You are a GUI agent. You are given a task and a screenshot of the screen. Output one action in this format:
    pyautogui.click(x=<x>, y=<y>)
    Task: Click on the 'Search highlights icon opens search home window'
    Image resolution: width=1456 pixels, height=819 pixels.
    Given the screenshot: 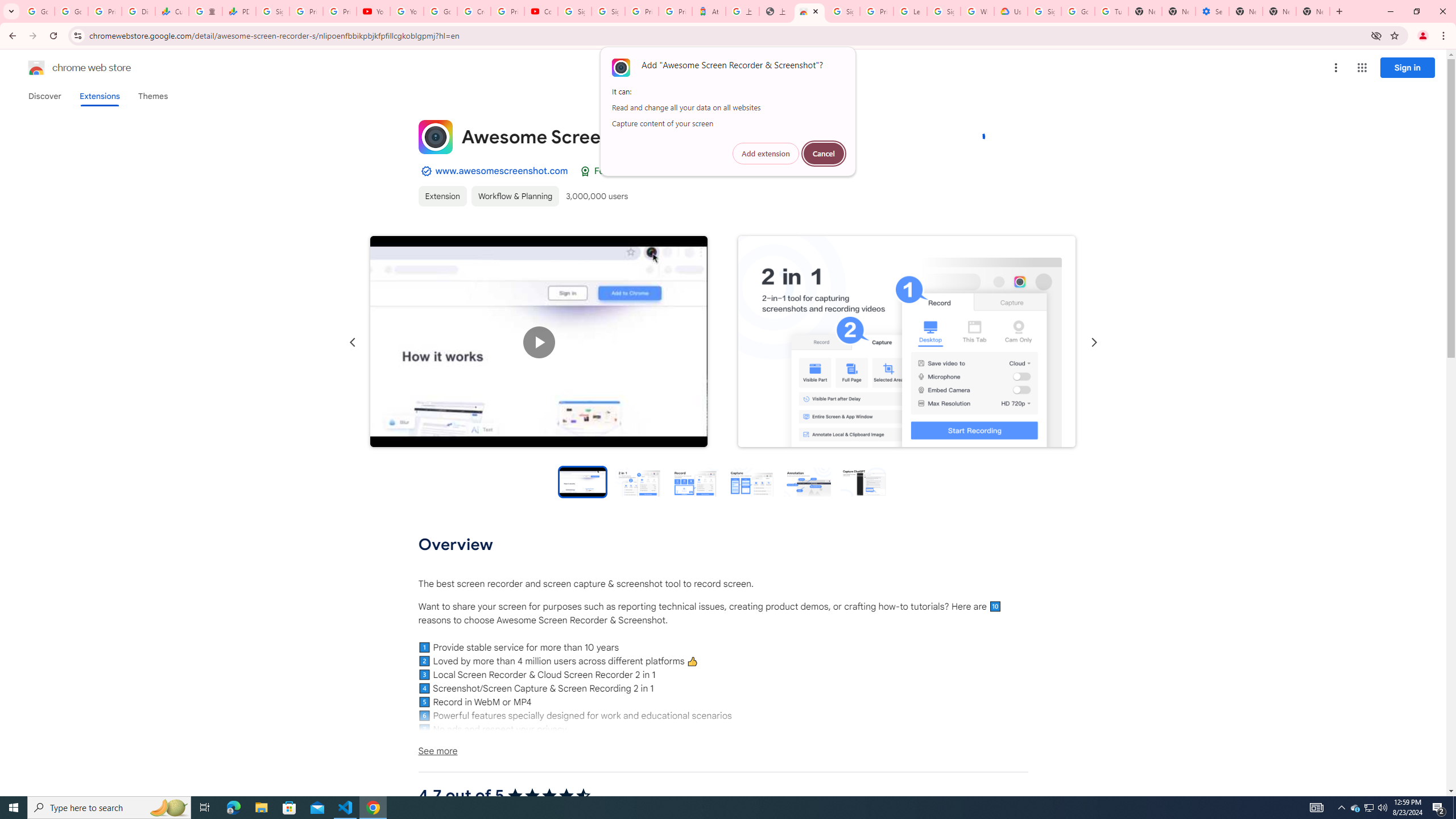 What is the action you would take?
    pyautogui.click(x=167, y=806)
    